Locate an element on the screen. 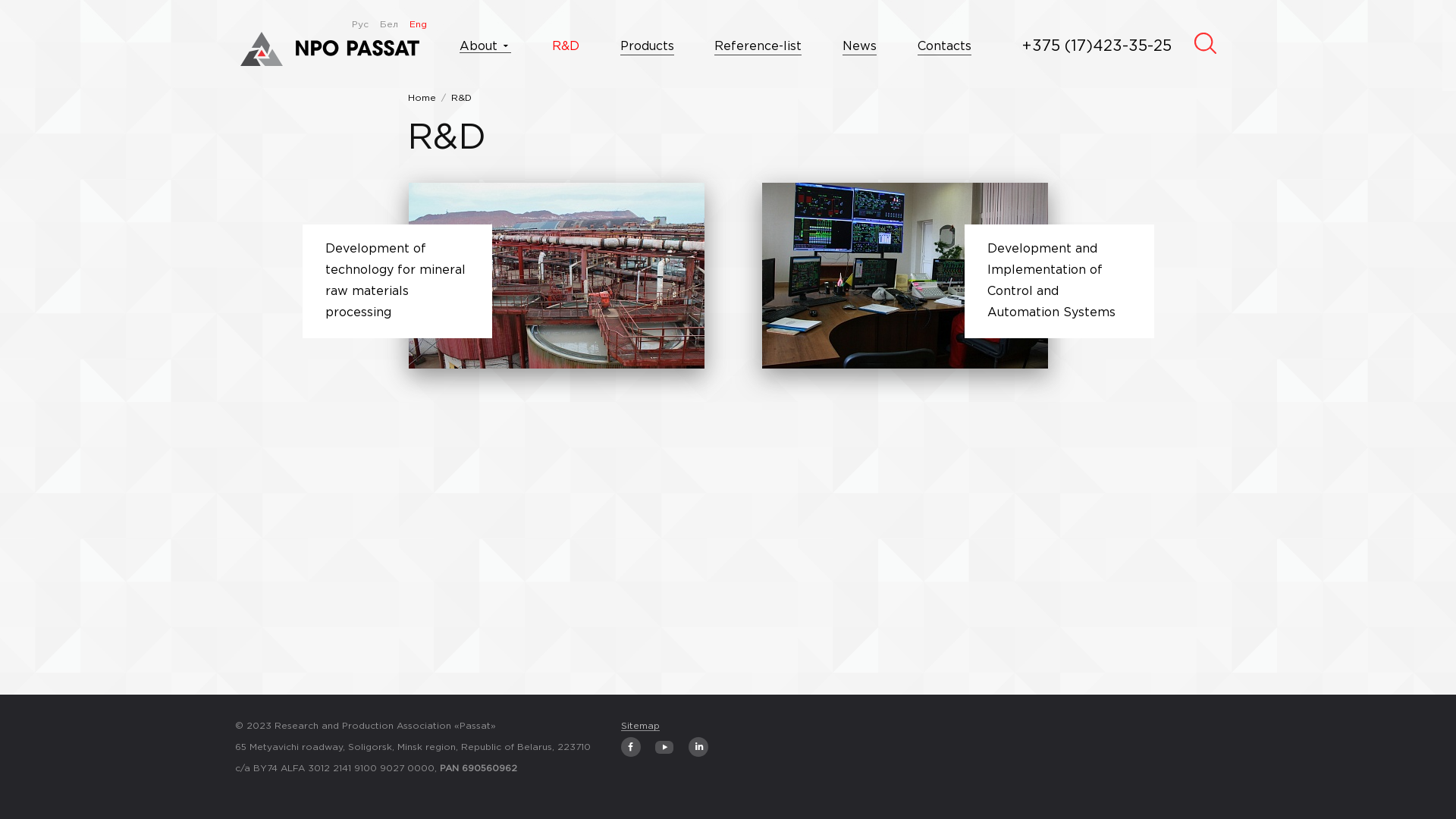 This screenshot has height=819, width=1456. '+375 (17)423-35-25' is located at coordinates (1097, 45).